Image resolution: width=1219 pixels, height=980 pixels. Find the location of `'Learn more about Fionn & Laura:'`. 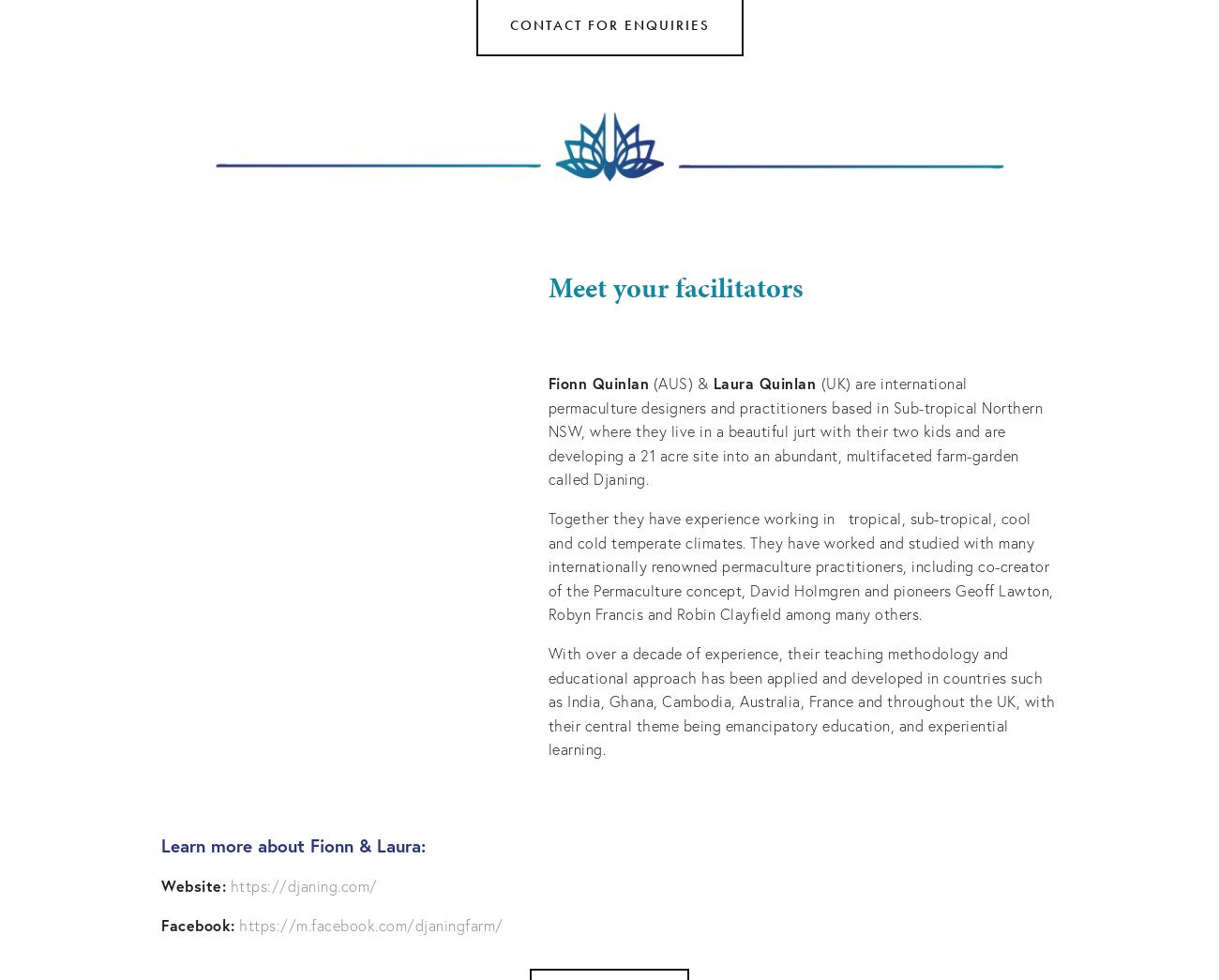

'Learn more about Fionn & Laura:' is located at coordinates (296, 844).